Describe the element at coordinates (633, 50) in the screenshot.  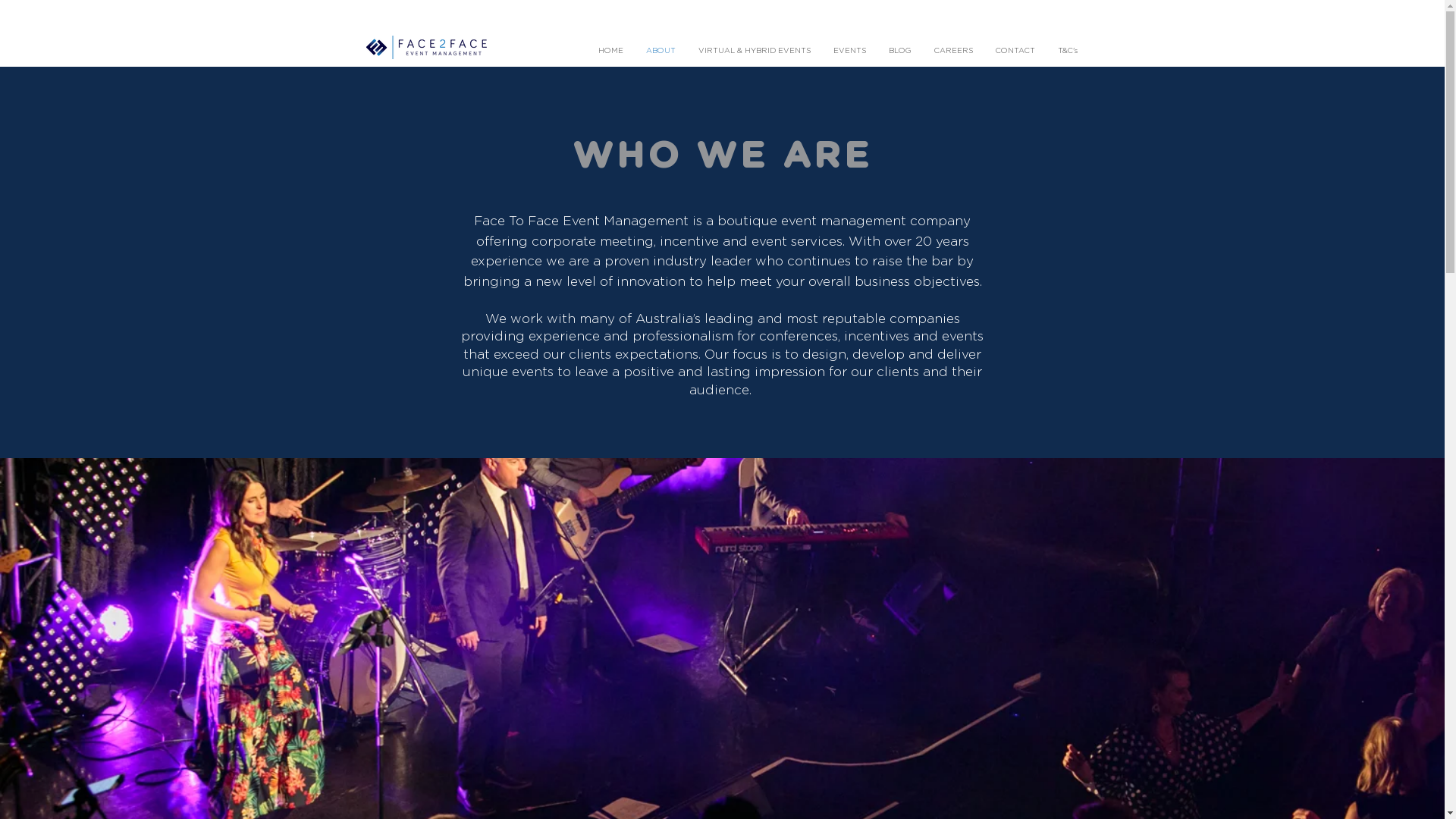
I see `'ABOUT'` at that location.